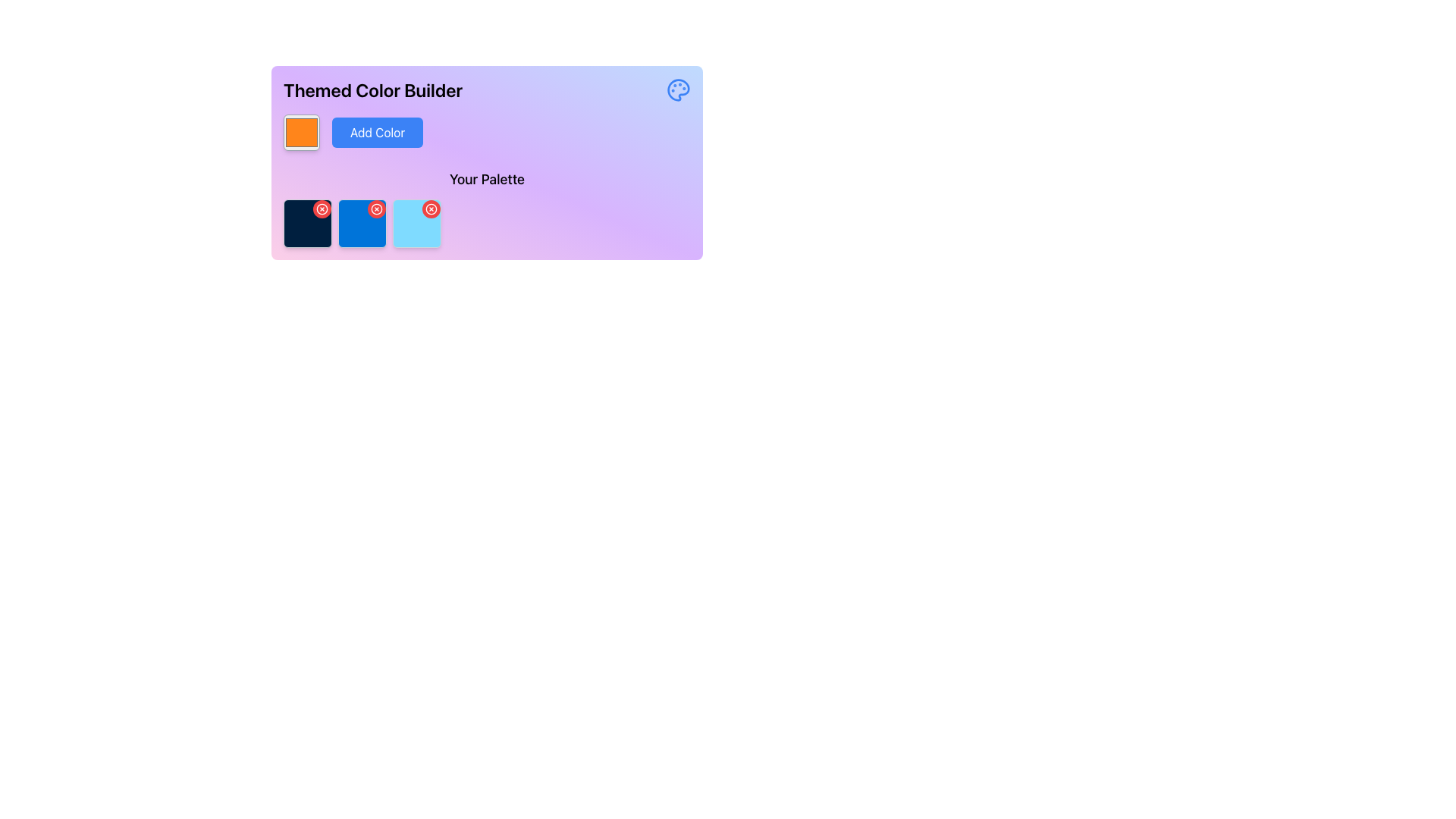 This screenshot has height=819, width=1456. Describe the element at coordinates (377, 209) in the screenshot. I see `the circular red 'X' button in the top-right corner of the second color block in the 'Your Palette' section` at that location.